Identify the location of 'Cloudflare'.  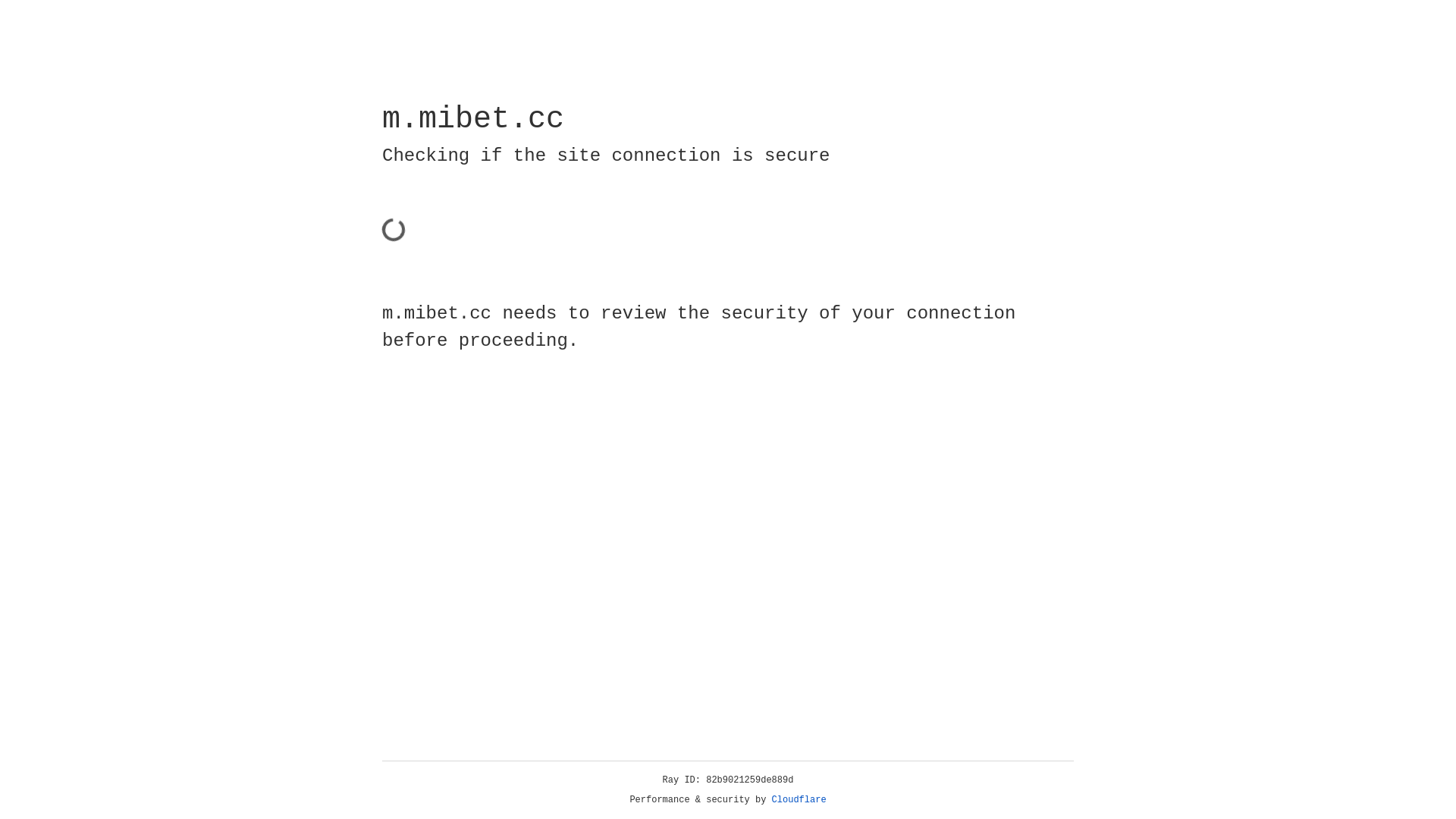
(771, 799).